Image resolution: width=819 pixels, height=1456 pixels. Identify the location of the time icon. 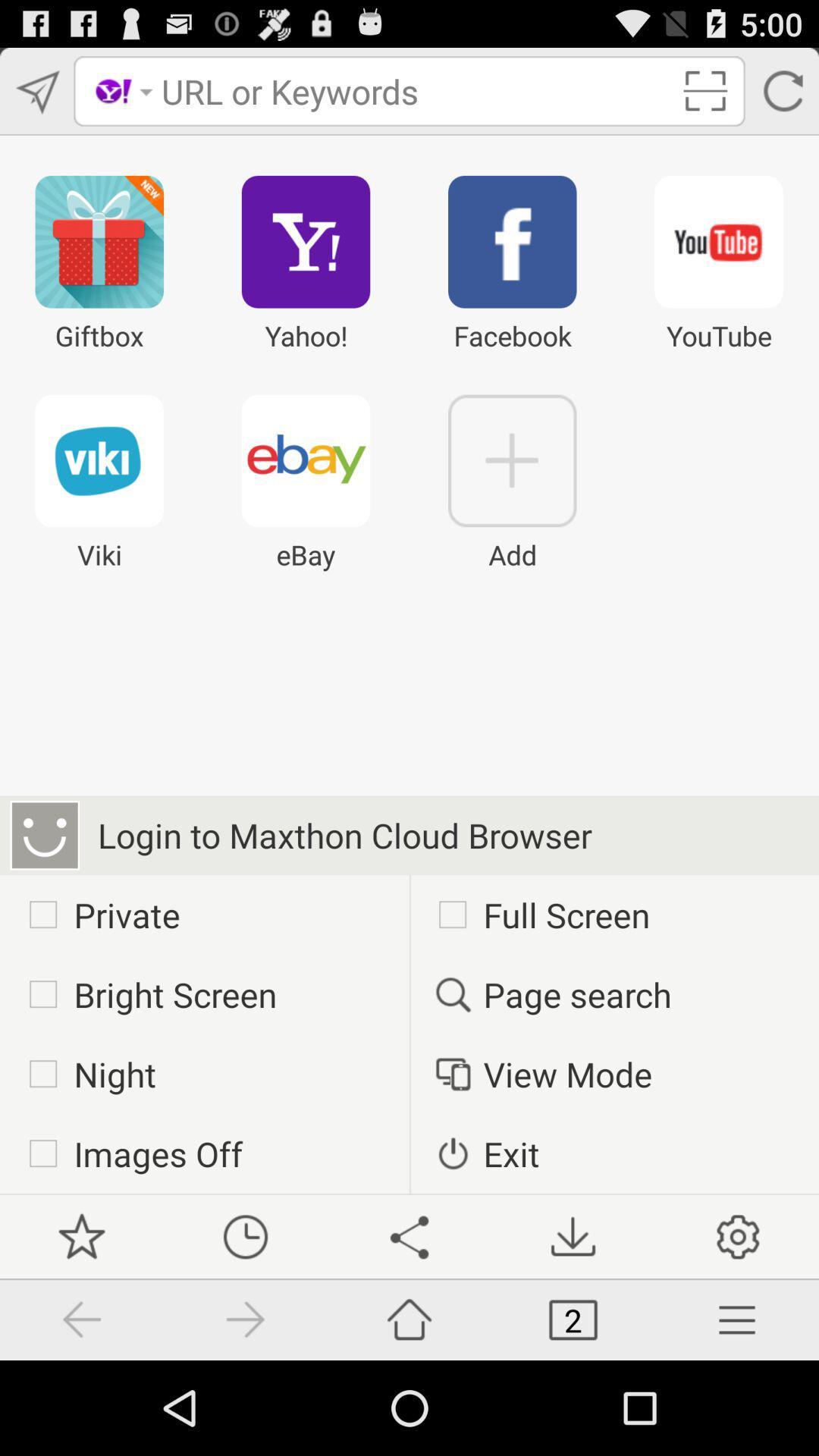
(245, 1323).